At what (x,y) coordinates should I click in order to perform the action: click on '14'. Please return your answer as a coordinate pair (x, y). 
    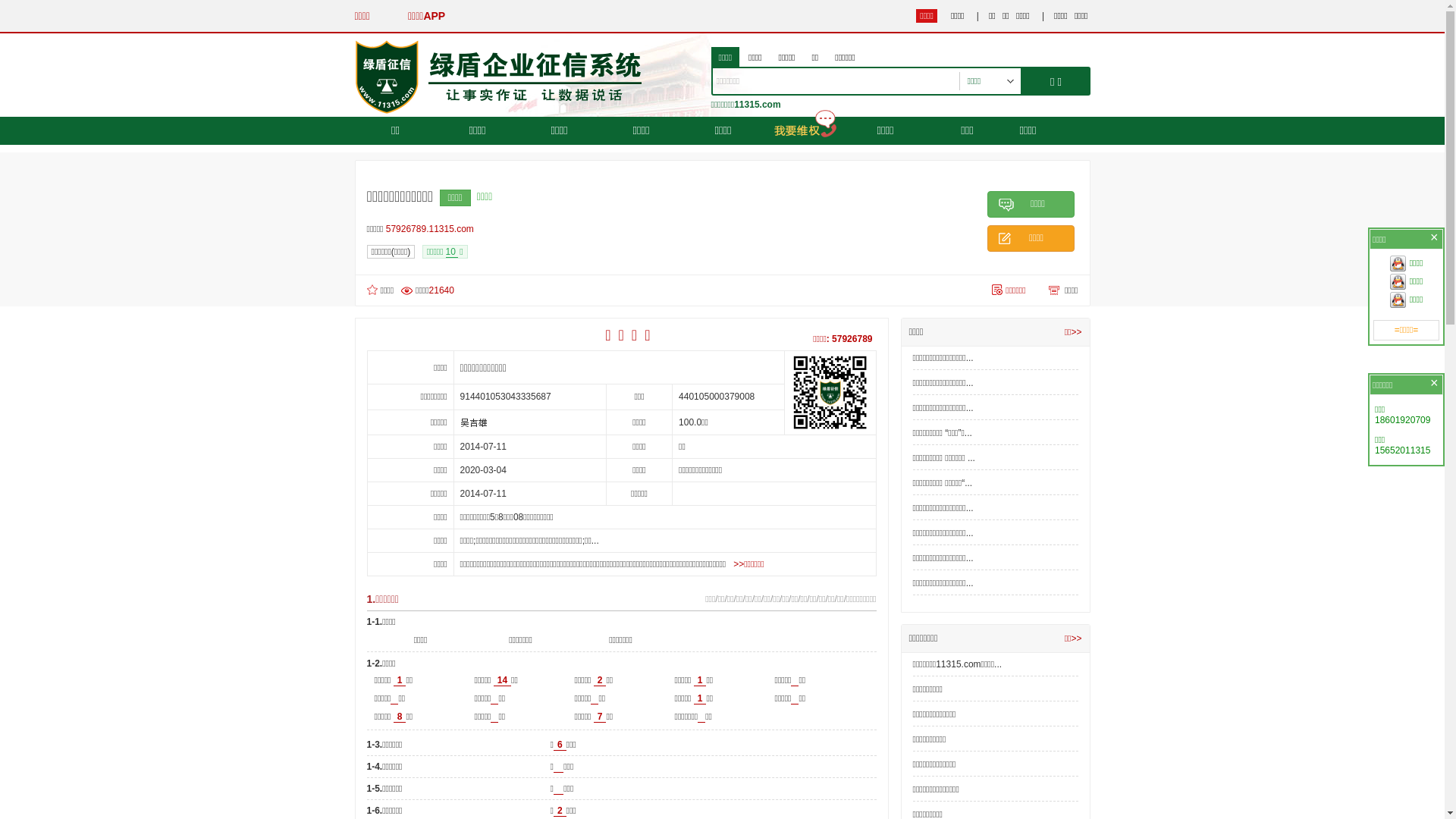
    Looking at the image, I should click on (502, 679).